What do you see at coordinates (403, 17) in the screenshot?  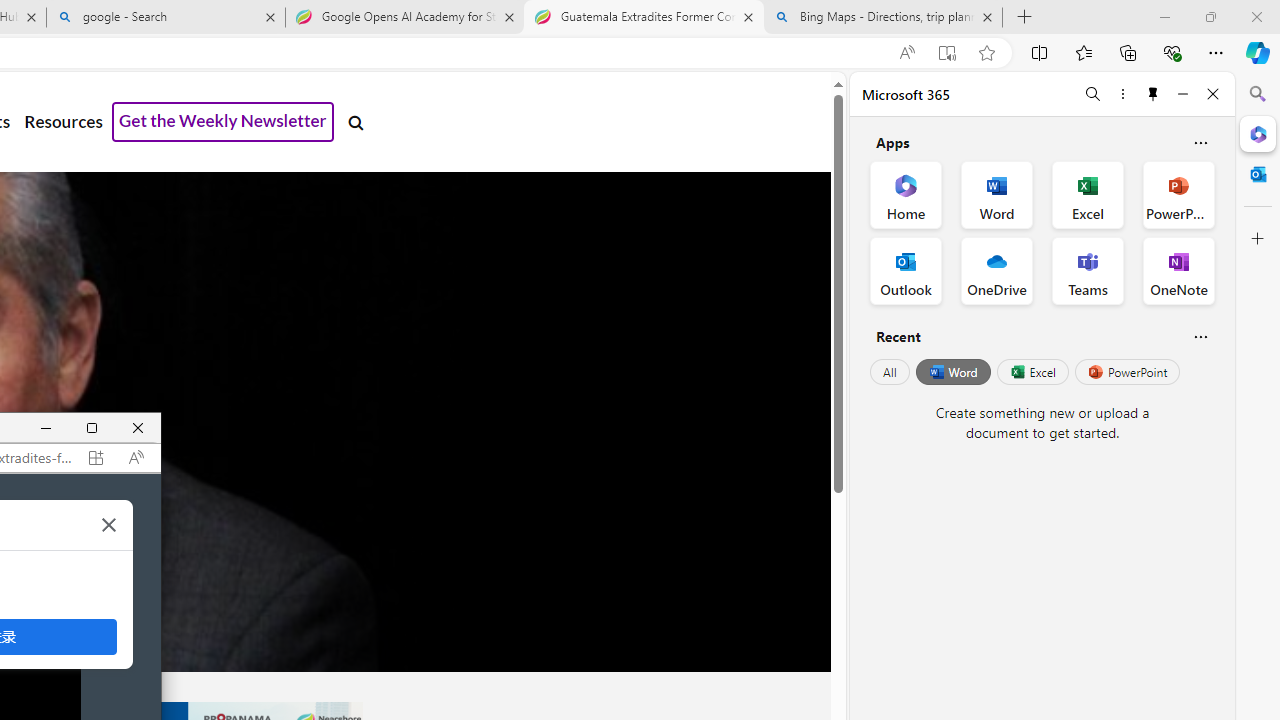 I see `'Google Opens AI Academy for Startups - Nearshore Americas'` at bounding box center [403, 17].